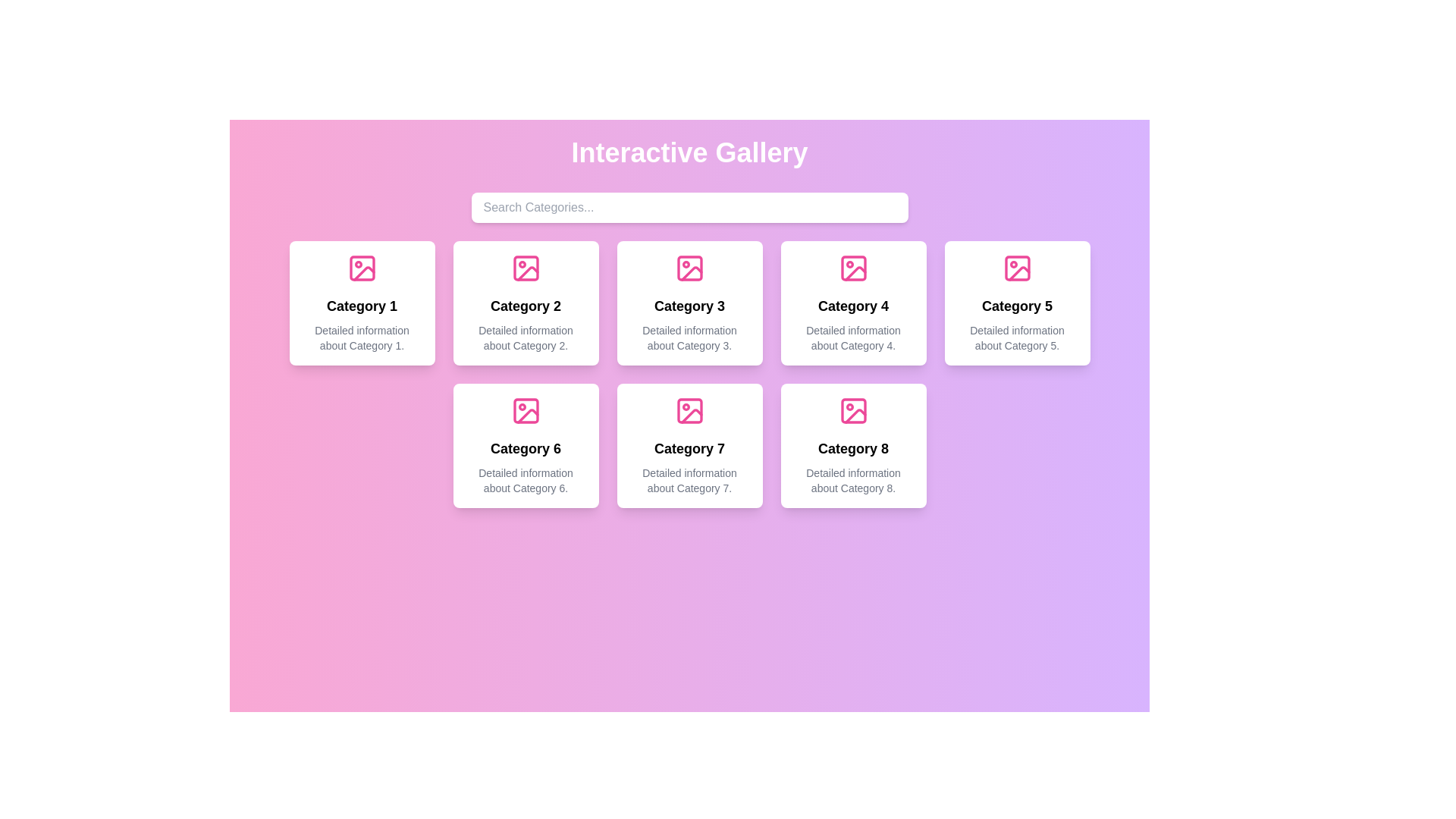  I want to click on the 'Category 4' card, which is the fourth card in a horizontally aligned grid of category cards, so click(853, 303).